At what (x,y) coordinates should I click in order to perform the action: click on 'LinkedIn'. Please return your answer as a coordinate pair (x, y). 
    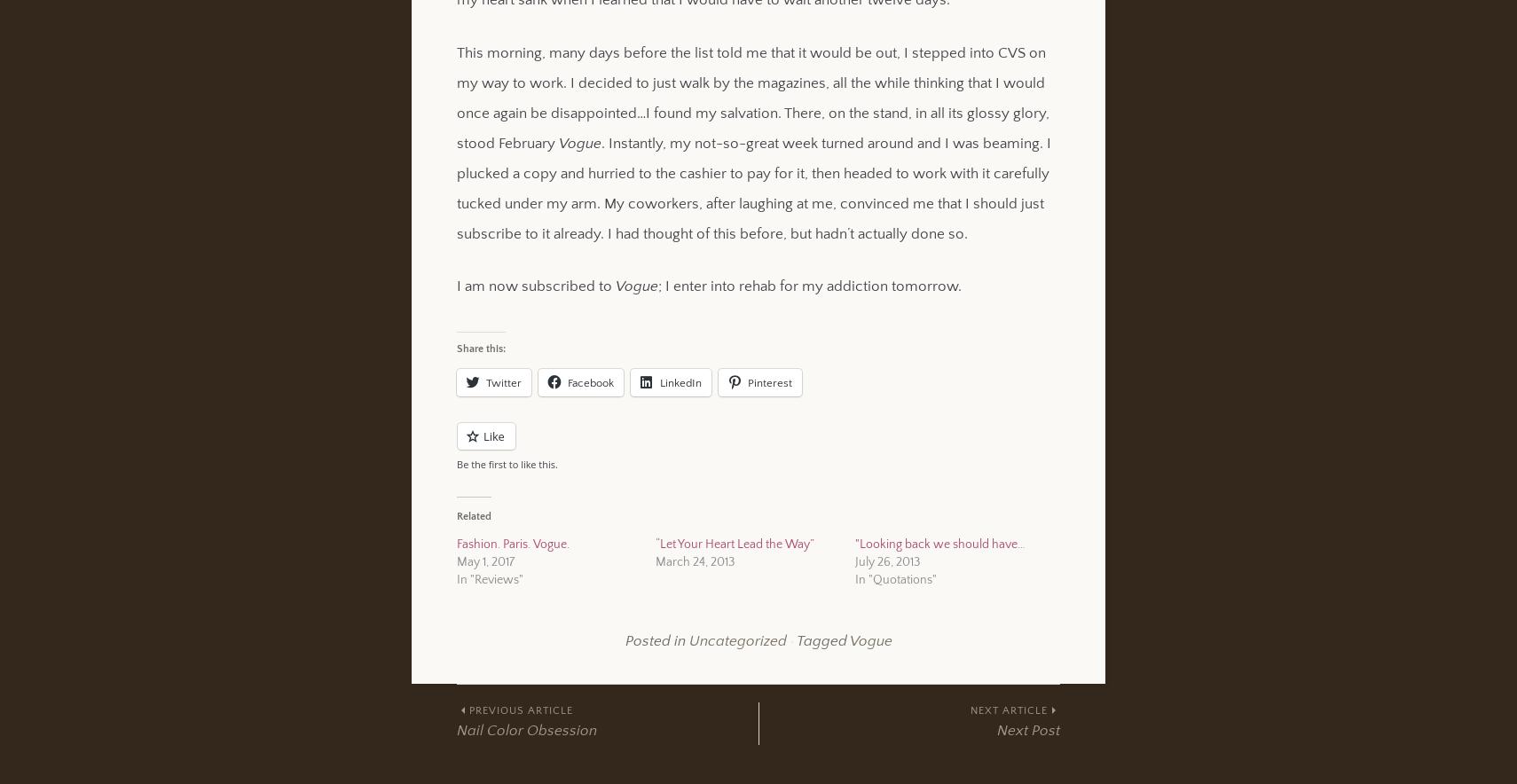
    Looking at the image, I should click on (680, 381).